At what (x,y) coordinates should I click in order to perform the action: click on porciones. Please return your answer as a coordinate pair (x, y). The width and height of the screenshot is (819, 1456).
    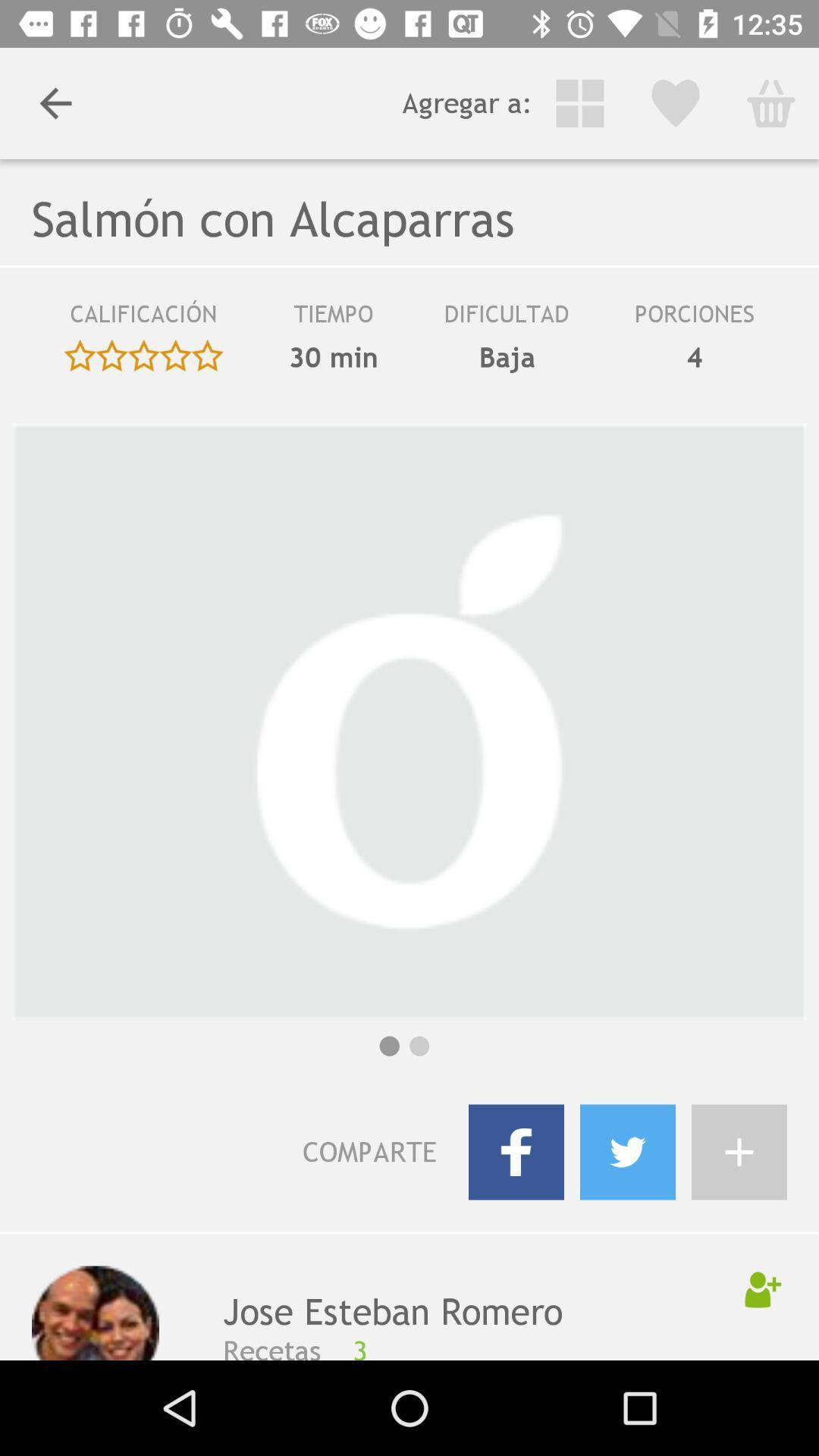
    Looking at the image, I should click on (694, 318).